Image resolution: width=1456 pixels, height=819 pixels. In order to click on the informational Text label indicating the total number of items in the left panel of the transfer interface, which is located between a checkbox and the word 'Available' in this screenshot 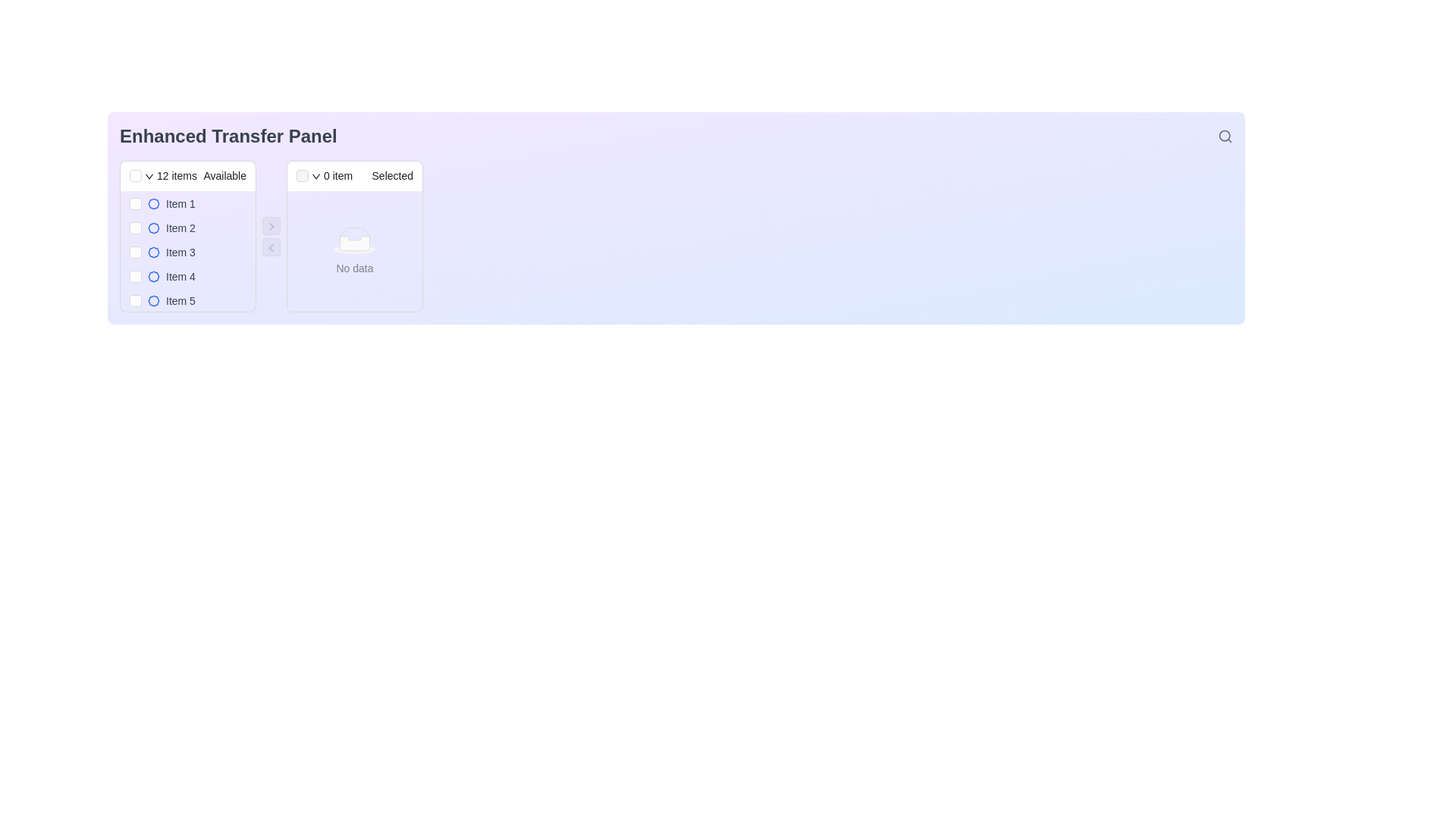, I will do `click(177, 174)`.